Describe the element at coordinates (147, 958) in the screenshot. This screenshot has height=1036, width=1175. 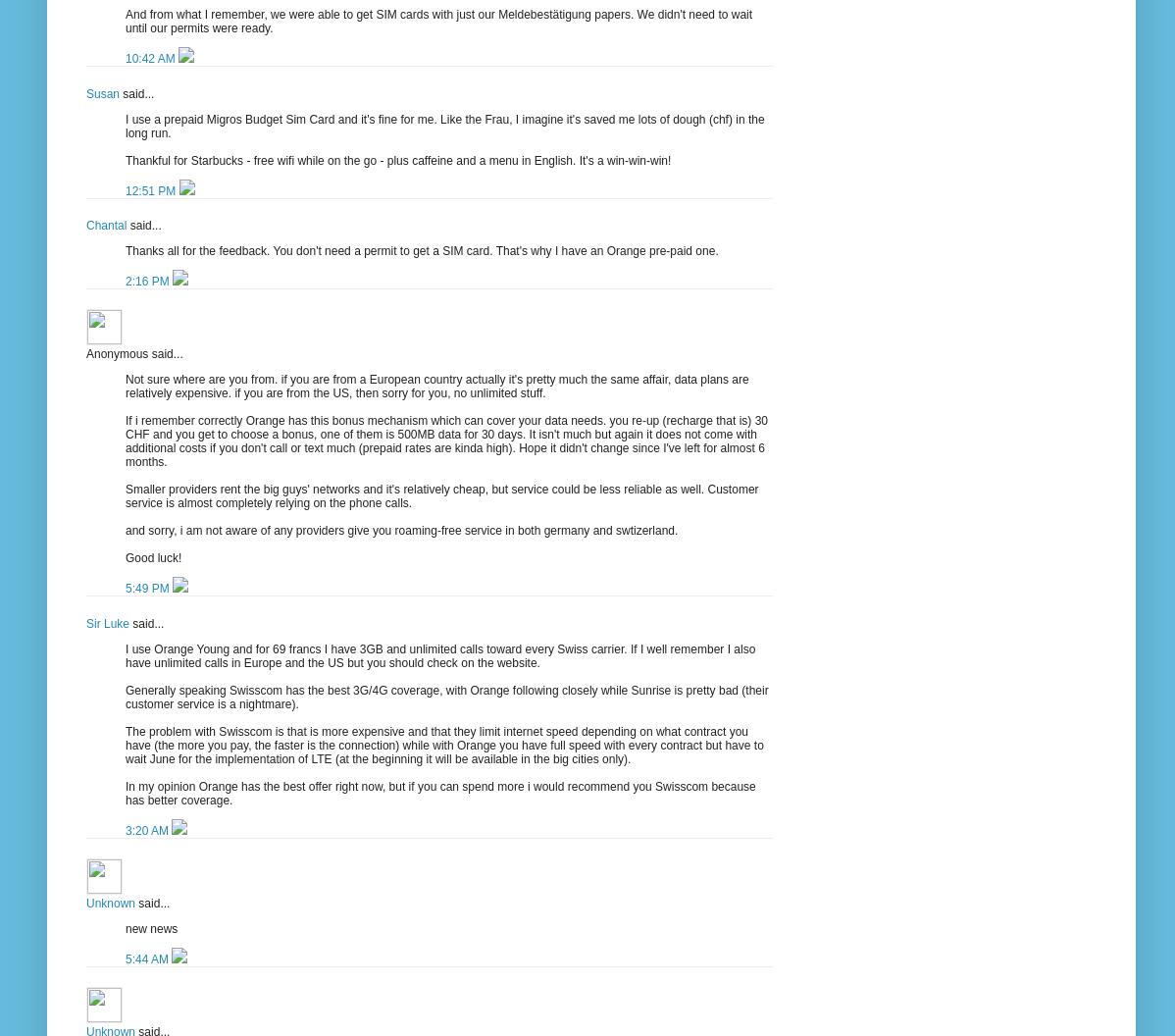
I see `'5:44 AM'` at that location.